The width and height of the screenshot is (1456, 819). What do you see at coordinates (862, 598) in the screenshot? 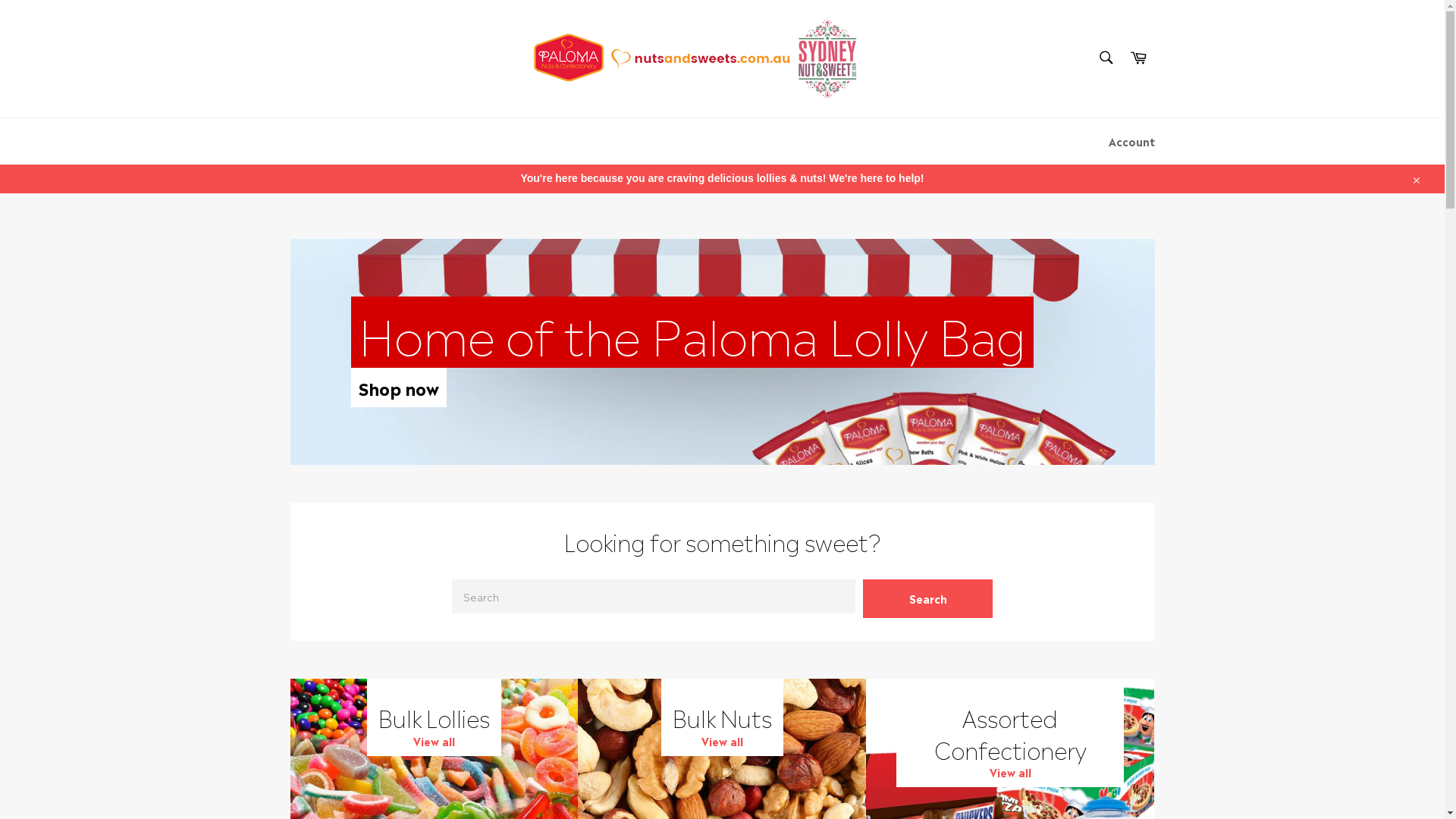
I see `'Search'` at bounding box center [862, 598].